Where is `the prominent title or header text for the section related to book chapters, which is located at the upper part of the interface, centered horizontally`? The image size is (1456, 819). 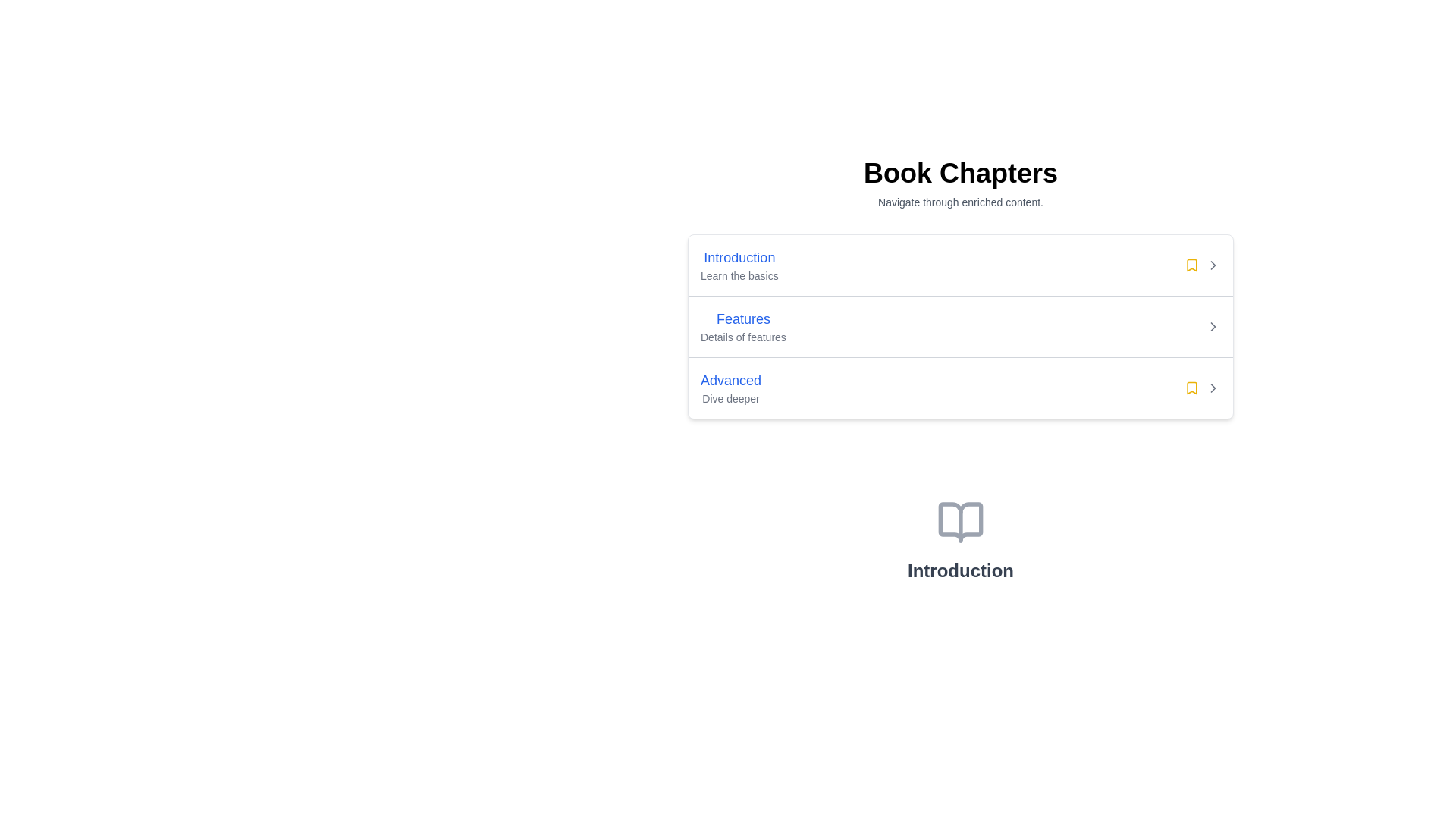
the prominent title or header text for the section related to book chapters, which is located at the upper part of the interface, centered horizontally is located at coordinates (960, 172).